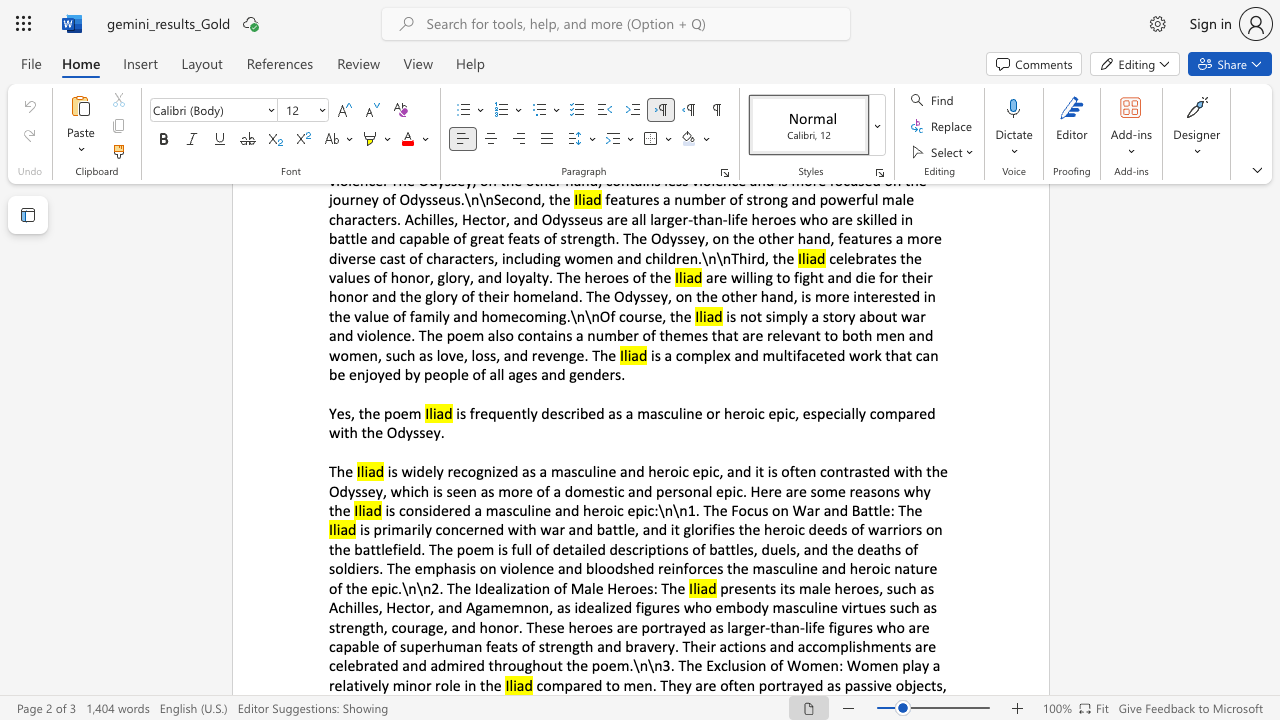 This screenshot has height=720, width=1280. What do you see at coordinates (504, 626) in the screenshot?
I see `the subset text "or. These heroes are portrayed as larger-than-life figures who are capable of superhuman feats of" within the text "presents its male heroes, such as Achilles, Hector, and Agamemnon, as idealized figures who embody masculine virtues such as strength, courage, and honor. These heroes are portrayed as larger-than-life figures who are capable of superhuman feats of strength and bravery. Their actions and accomplishments are celebrated and admired throughout the poem.\n\n3. The Exclusion of Women: Women play a relatively minor role in the"` at bounding box center [504, 626].